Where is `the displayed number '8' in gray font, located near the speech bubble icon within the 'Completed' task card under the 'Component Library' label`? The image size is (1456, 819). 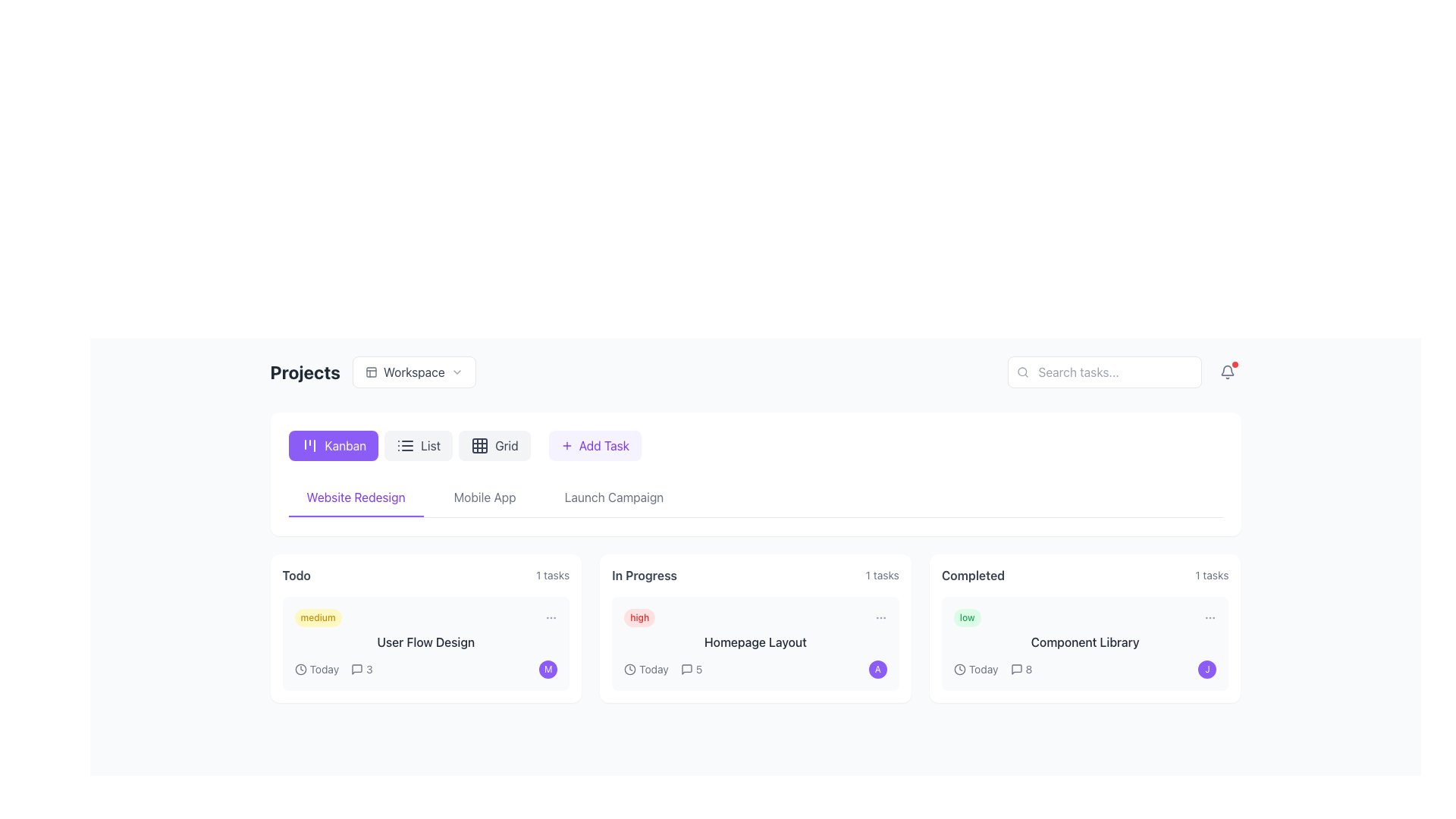
the displayed number '8' in gray font, located near the speech bubble icon within the 'Completed' task card under the 'Component Library' label is located at coordinates (1028, 669).